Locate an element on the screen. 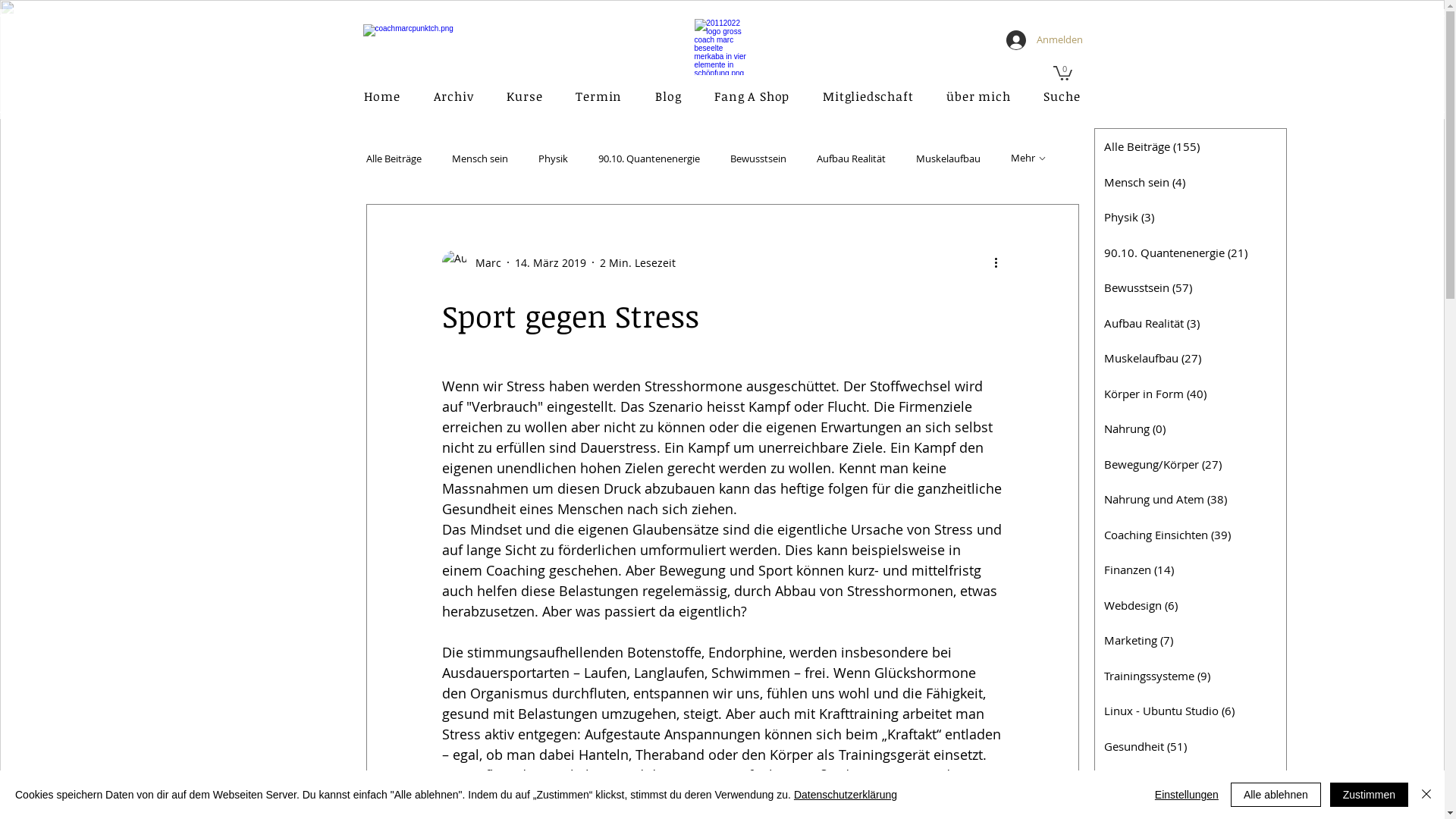 Image resolution: width=1456 pixels, height=819 pixels. 'Alle ablehnen' is located at coordinates (1275, 794).